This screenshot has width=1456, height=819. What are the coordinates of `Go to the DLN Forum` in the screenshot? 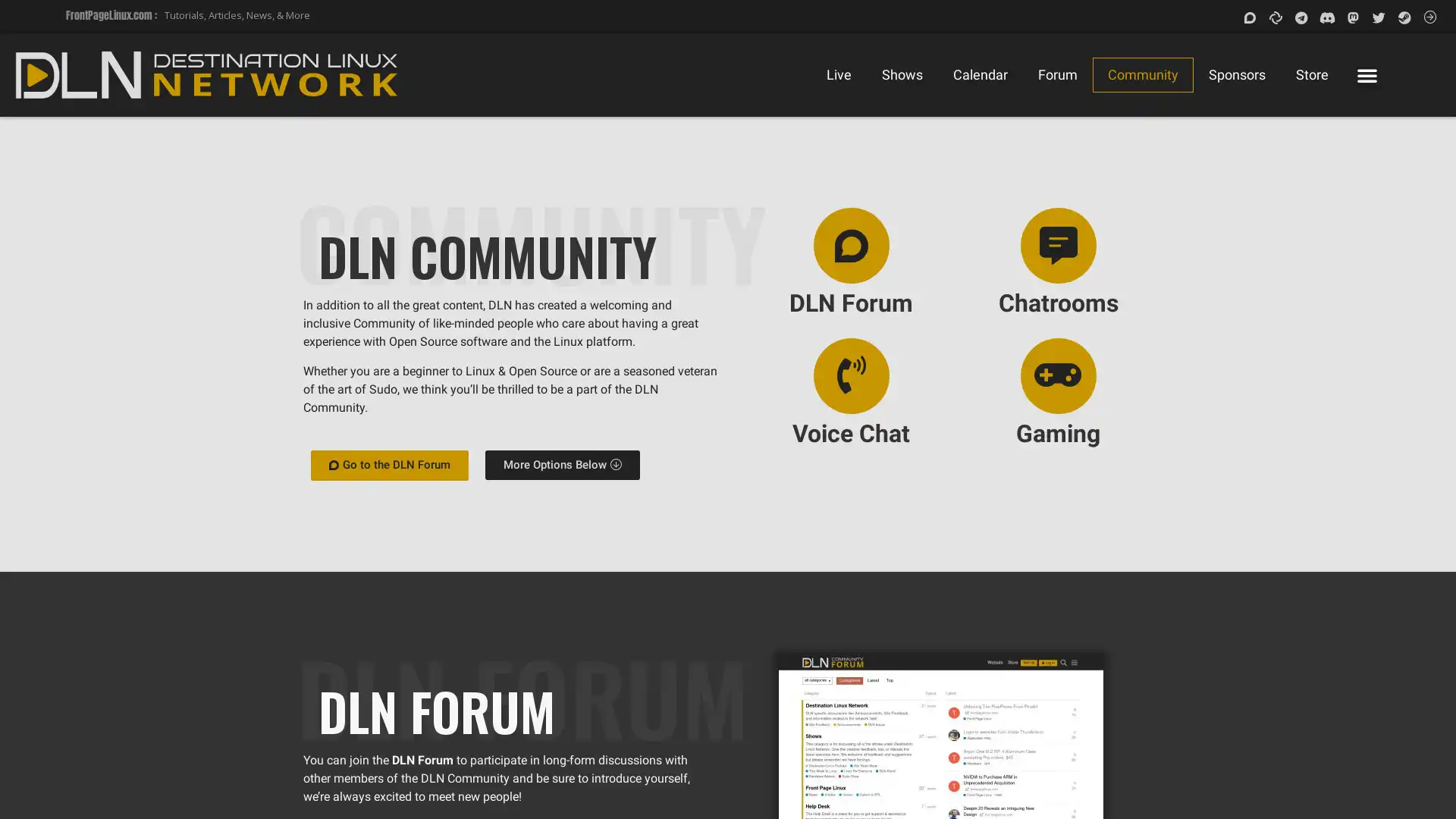 It's located at (389, 464).